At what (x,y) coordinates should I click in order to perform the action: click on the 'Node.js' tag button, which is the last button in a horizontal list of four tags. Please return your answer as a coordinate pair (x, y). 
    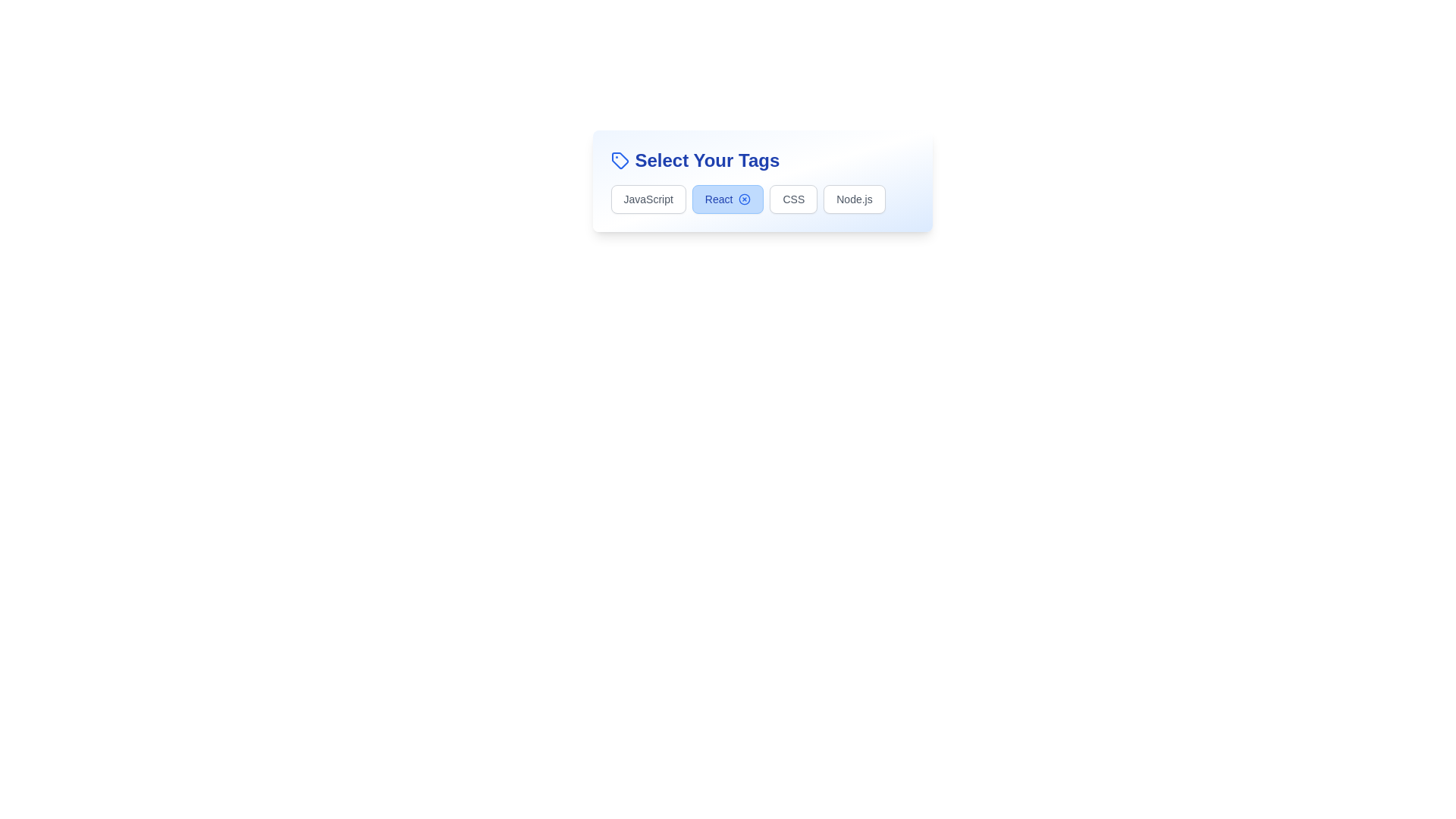
    Looking at the image, I should click on (855, 198).